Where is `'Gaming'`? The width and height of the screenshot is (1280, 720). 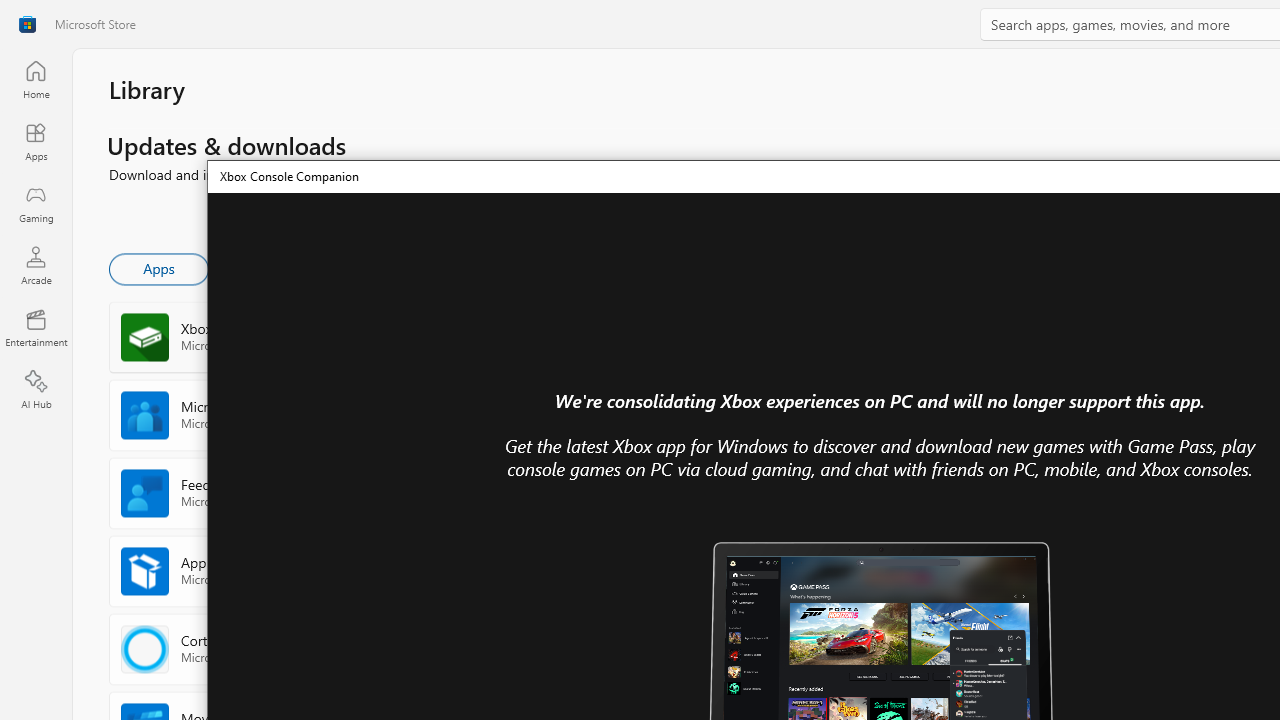 'Gaming' is located at coordinates (35, 203).